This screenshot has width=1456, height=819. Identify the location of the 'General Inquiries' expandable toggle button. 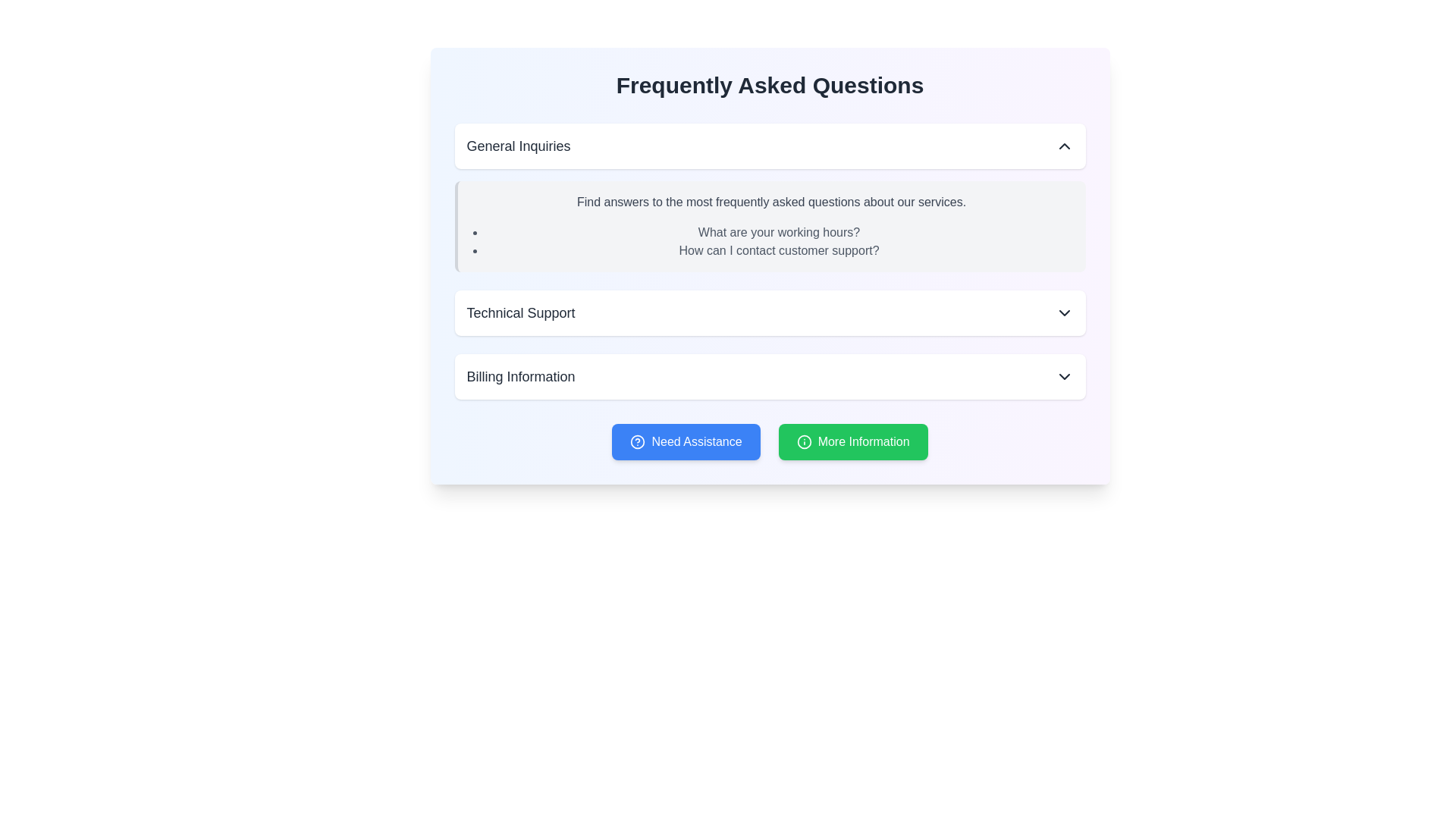
(770, 146).